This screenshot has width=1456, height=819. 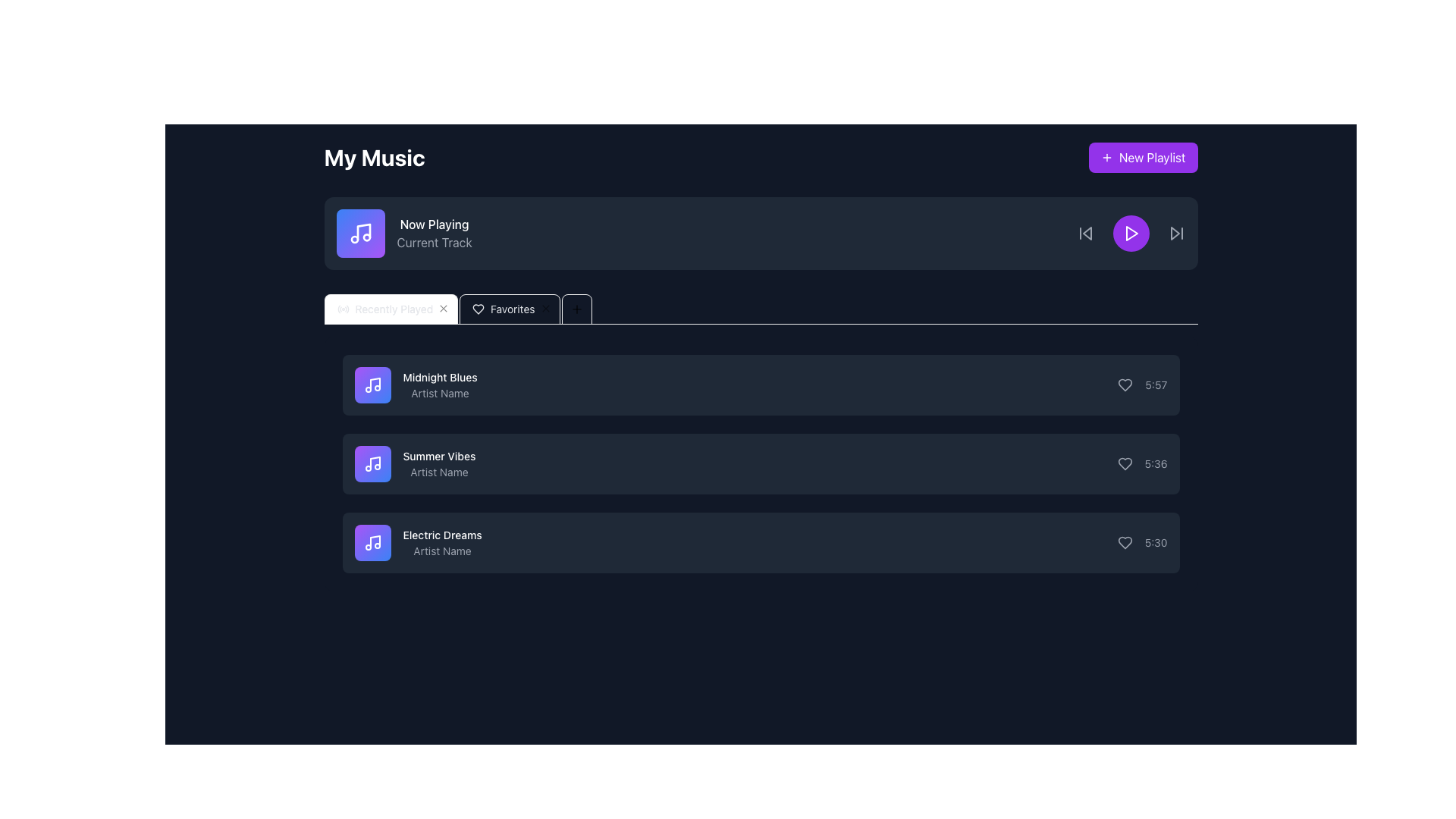 What do you see at coordinates (372, 542) in the screenshot?
I see `the Thumbnail button, which is a square button with a gradient background from purple to blue and a white music note icon in the center` at bounding box center [372, 542].